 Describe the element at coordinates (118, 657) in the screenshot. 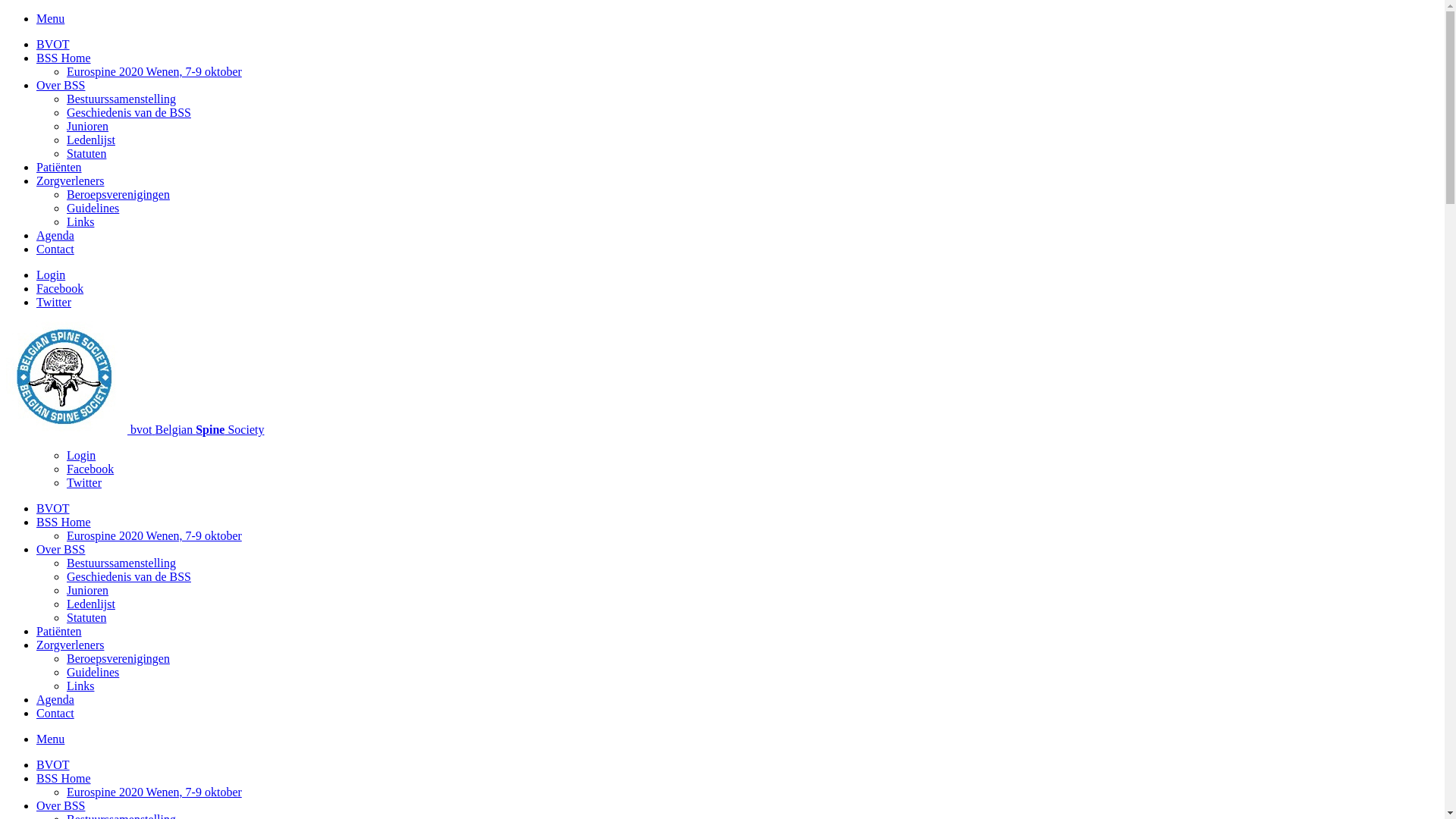

I see `'Beroepsverenigingen'` at that location.